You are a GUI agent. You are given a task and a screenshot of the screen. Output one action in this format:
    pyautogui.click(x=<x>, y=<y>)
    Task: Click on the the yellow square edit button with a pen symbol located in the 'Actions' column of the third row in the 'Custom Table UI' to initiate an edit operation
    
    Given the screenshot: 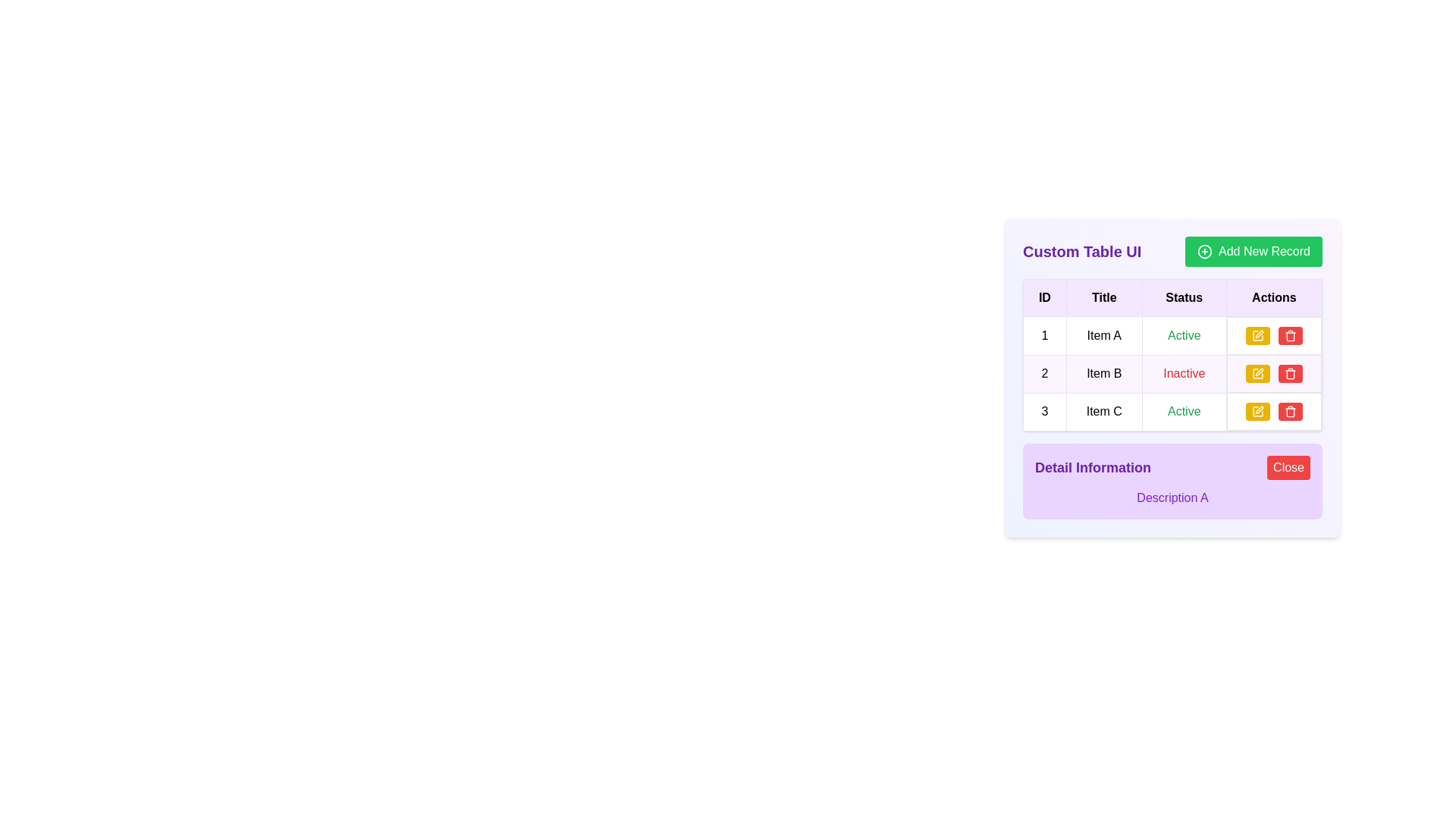 What is the action you would take?
    pyautogui.click(x=1257, y=412)
    